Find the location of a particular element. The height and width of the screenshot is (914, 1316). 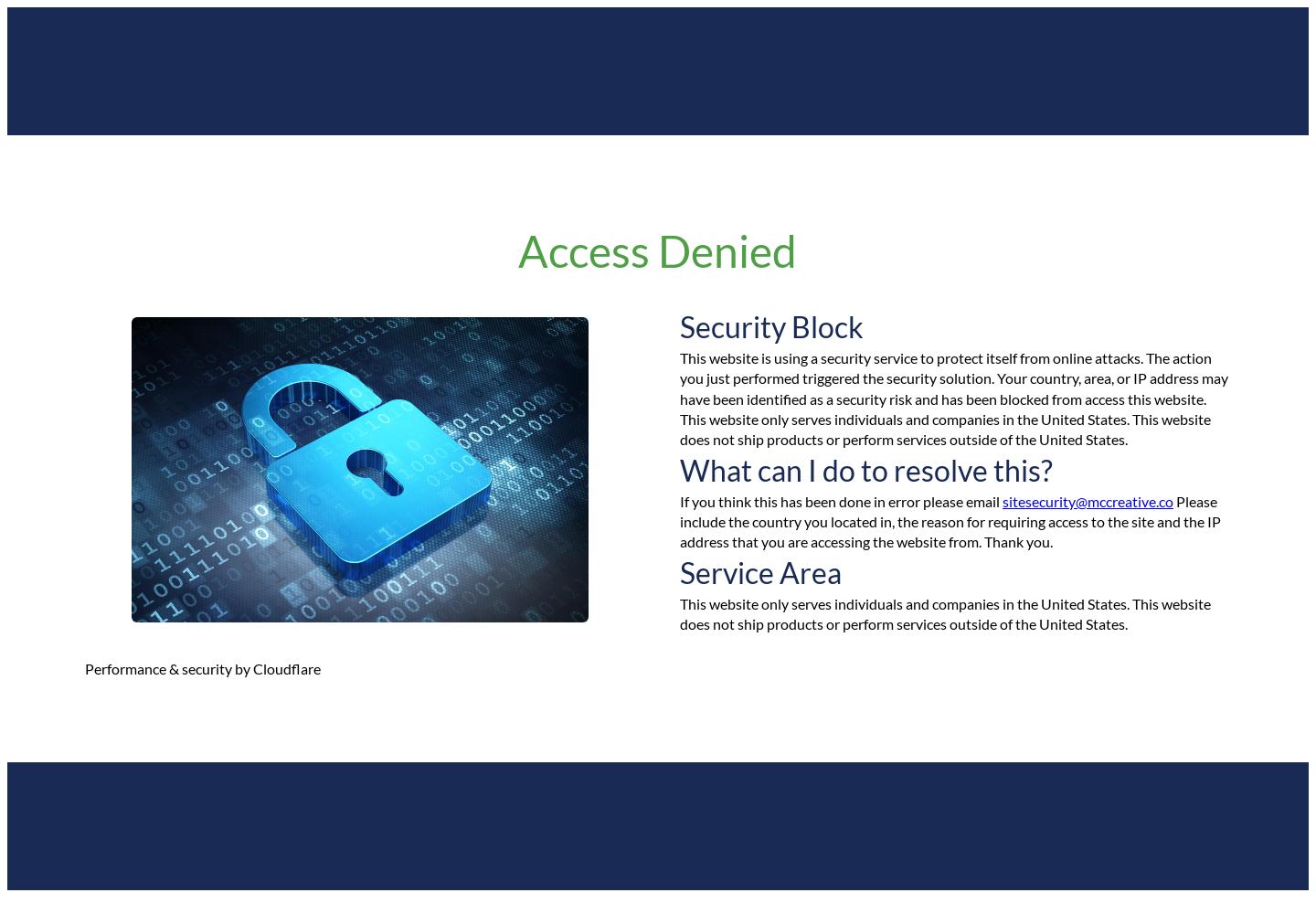

'Please include the country you located in, the reason for requiring access to the site and the IP address that you are accessing the website from.
Thank you.' is located at coordinates (950, 520).